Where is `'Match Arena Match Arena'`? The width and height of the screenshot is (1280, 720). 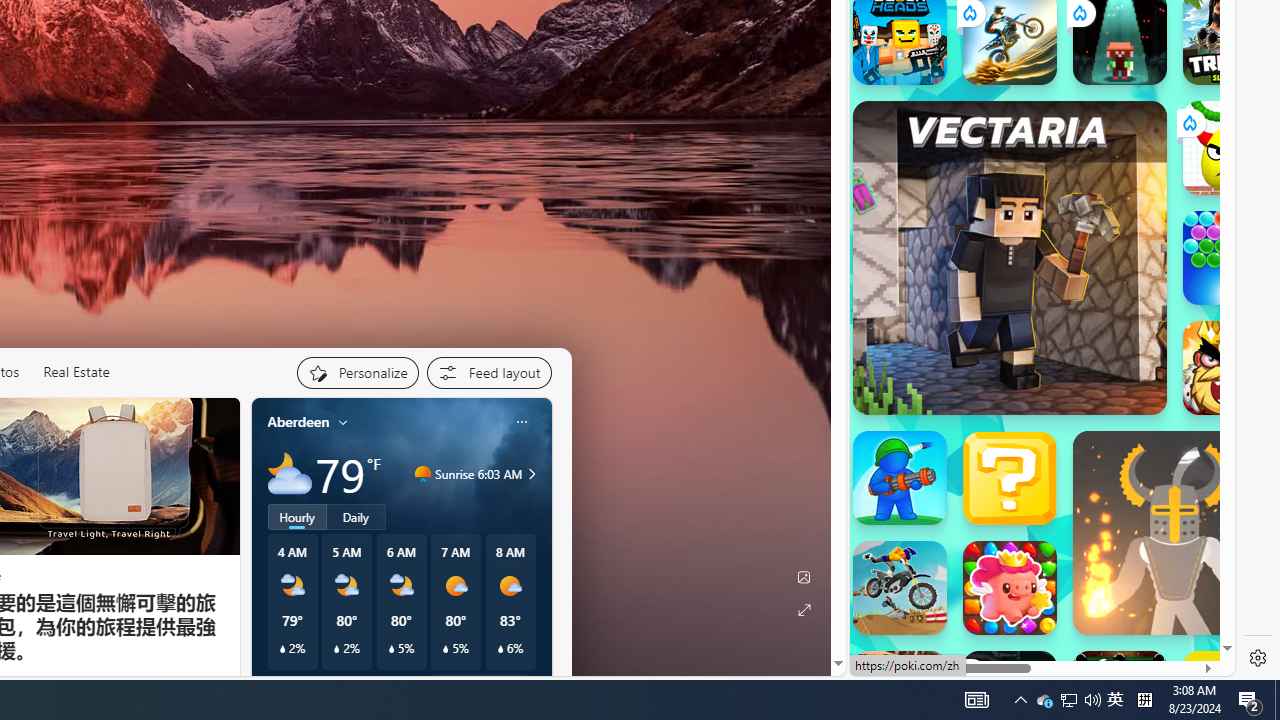
'Match Arena Match Arena' is located at coordinates (1009, 586).